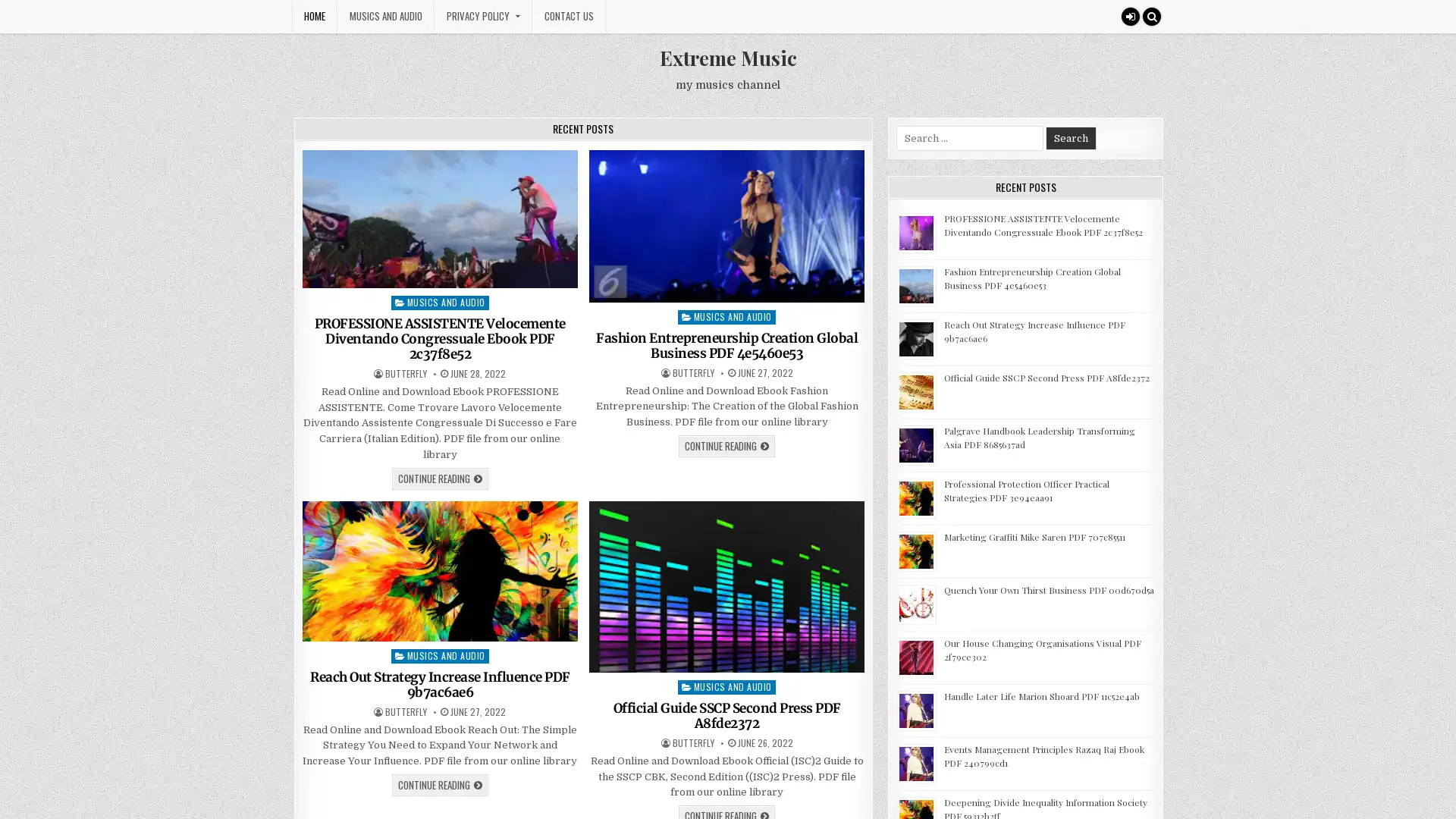 This screenshot has width=1456, height=819. I want to click on Search, so click(1070, 138).